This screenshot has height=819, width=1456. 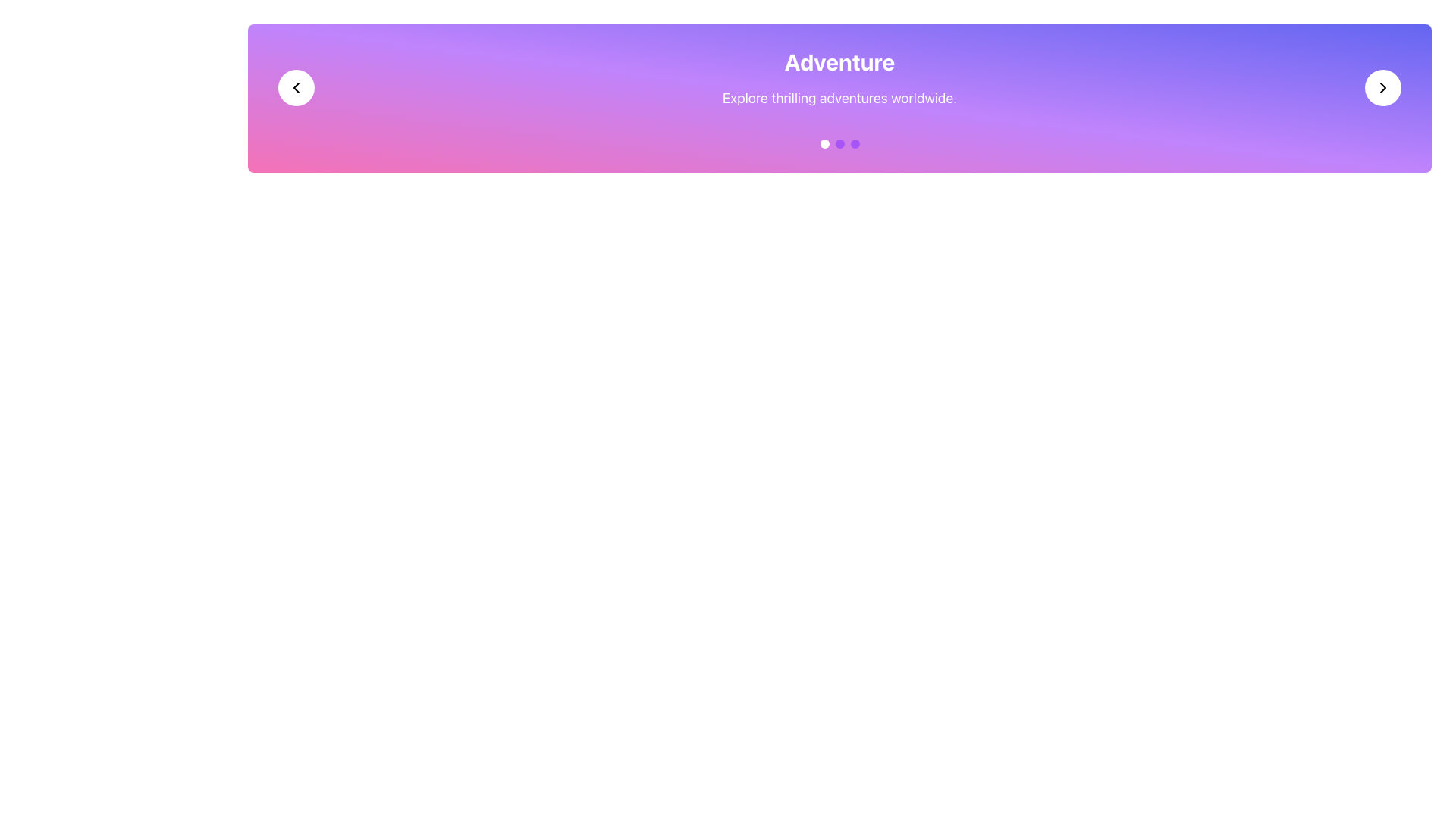 I want to click on the descriptive subtitle text block located immediately below the 'Adventure' heading, so click(x=839, y=99).